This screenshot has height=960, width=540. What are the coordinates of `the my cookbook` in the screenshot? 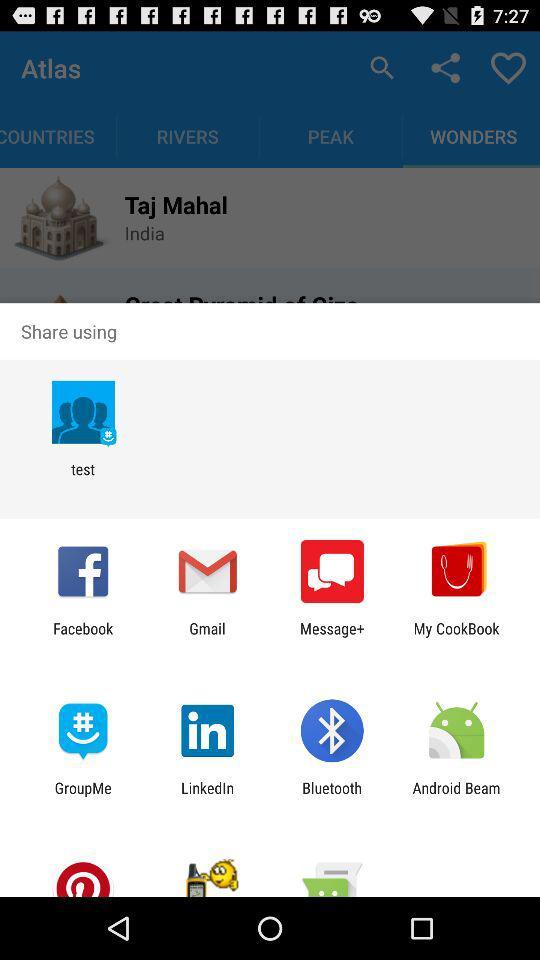 It's located at (456, 636).